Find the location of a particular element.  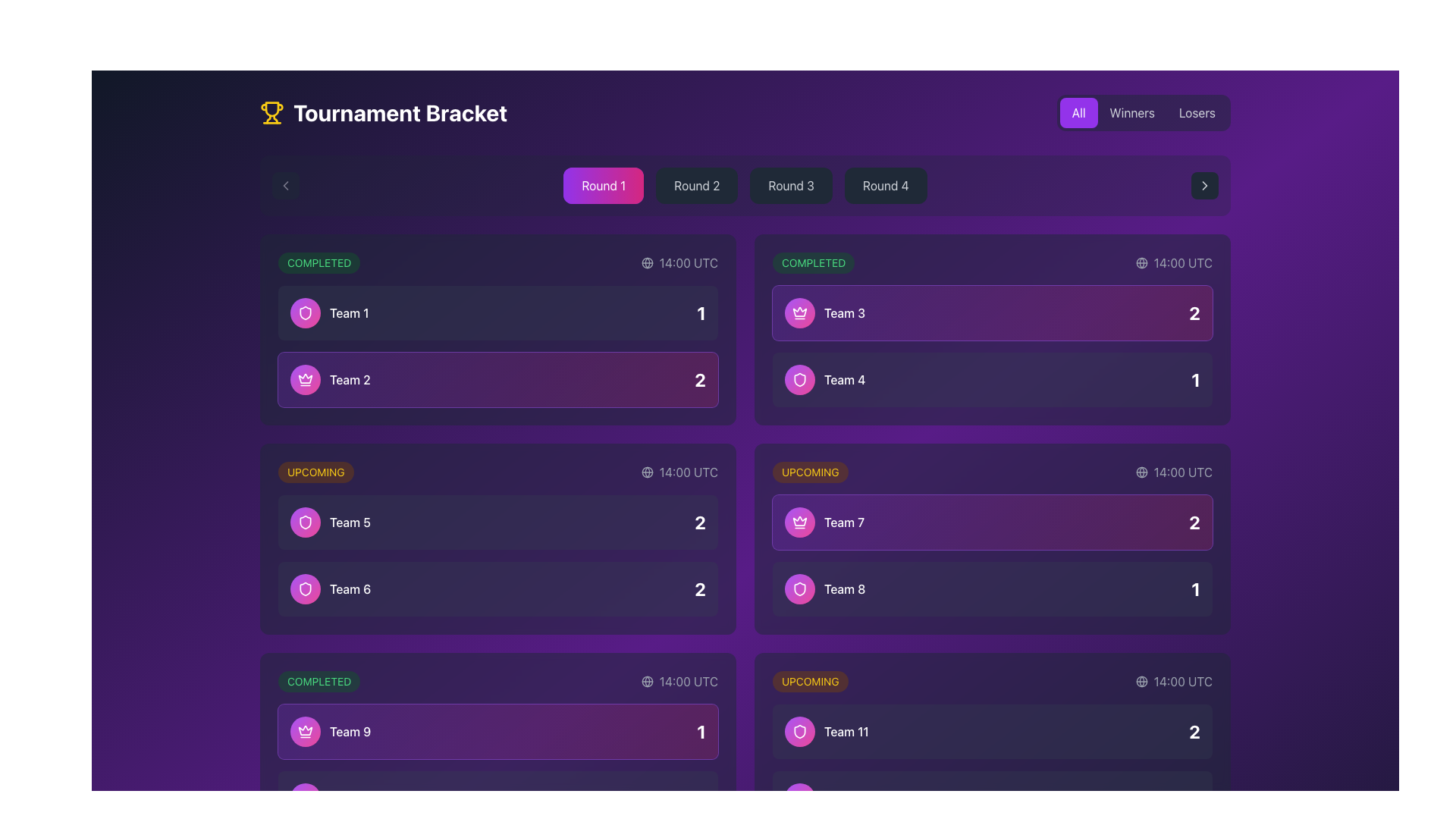

the trophy icon element that is yellow and styled with a vector illustration, located near the top left of the interface above the text 'Tournament Bracket' is located at coordinates (272, 108).